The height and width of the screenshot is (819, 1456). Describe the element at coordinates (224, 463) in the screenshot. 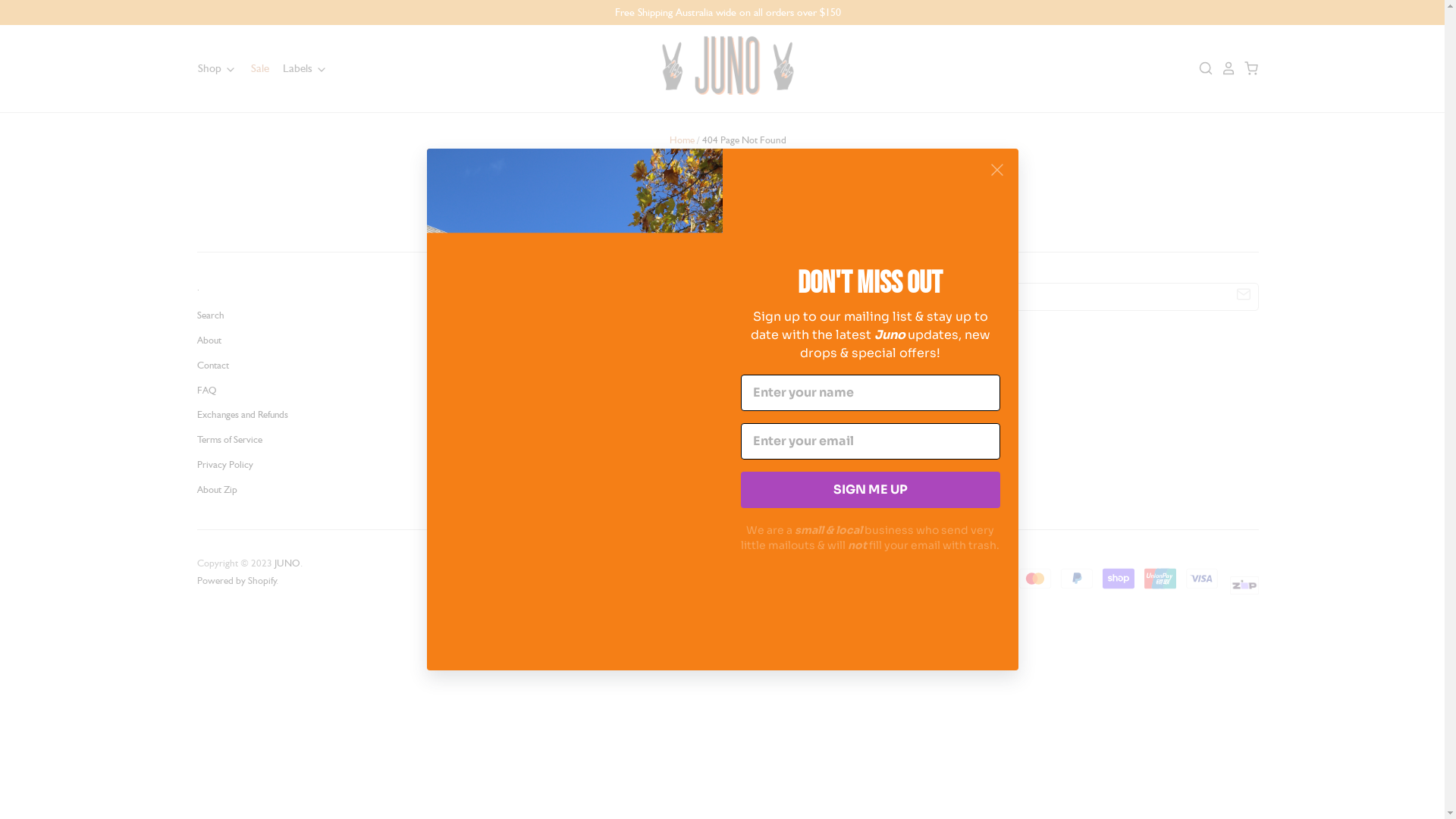

I see `'Privacy Policy'` at that location.